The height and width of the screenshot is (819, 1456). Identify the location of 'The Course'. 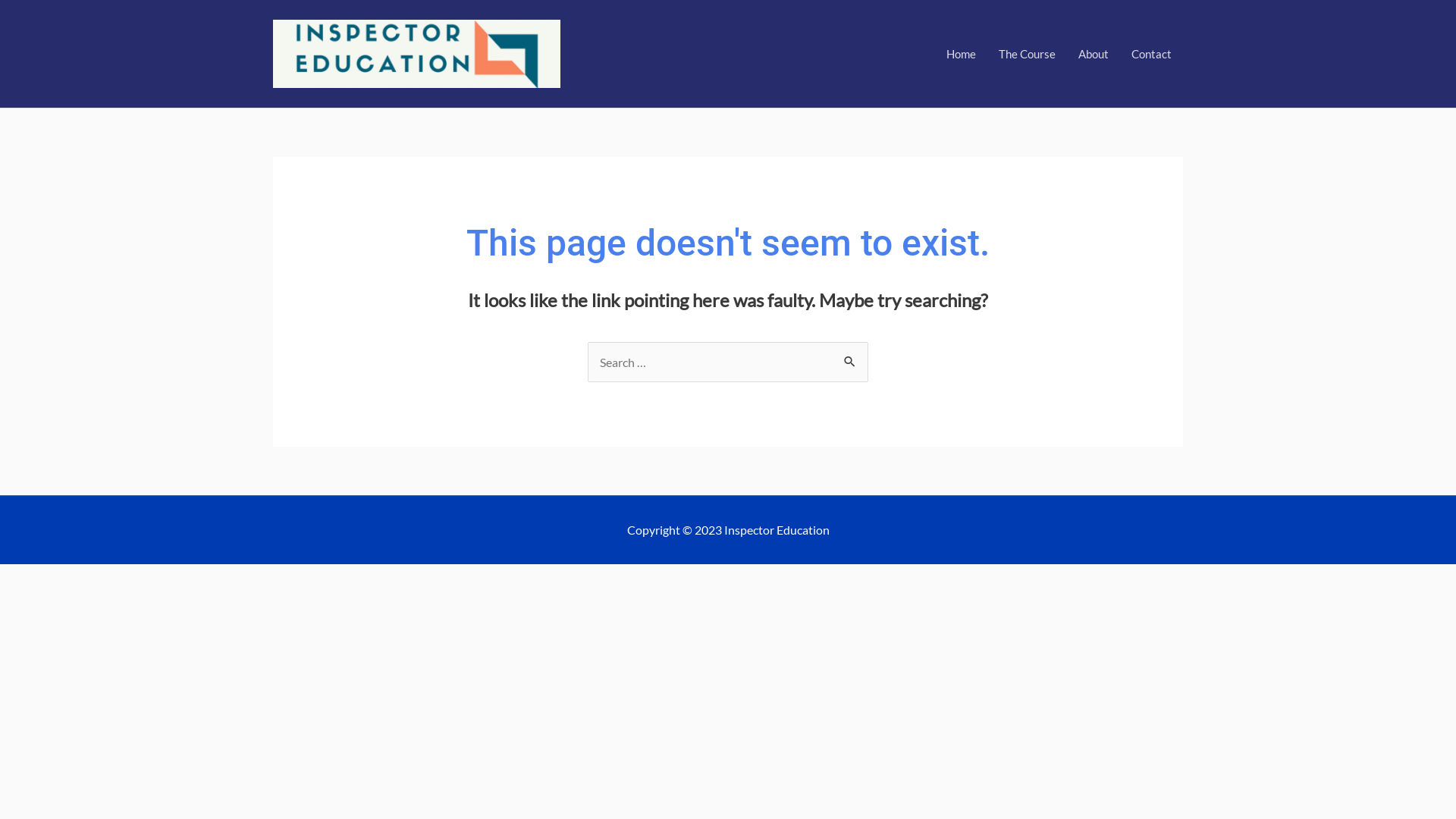
(987, 52).